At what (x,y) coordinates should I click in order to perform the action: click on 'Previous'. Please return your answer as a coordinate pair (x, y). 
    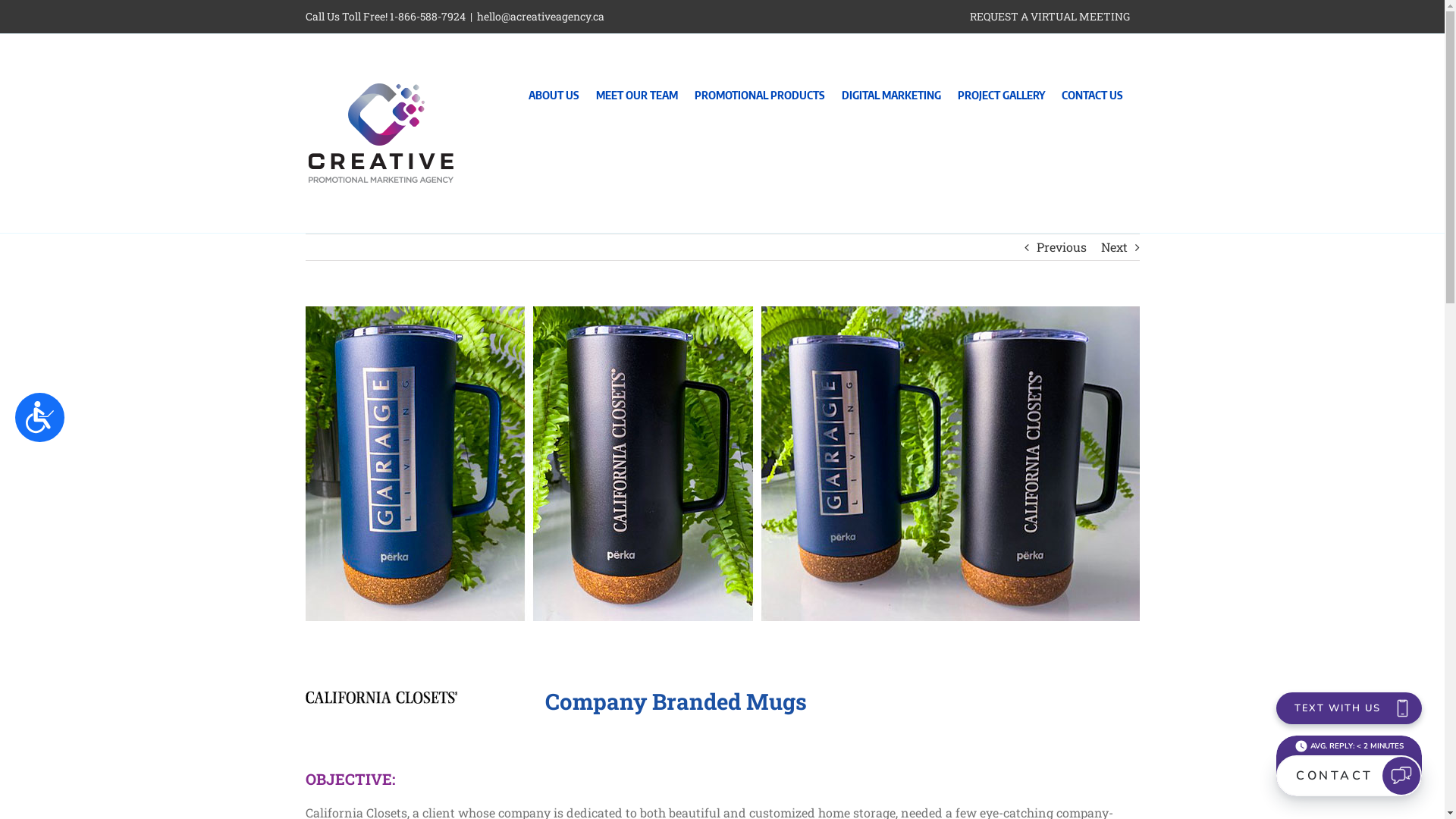
    Looking at the image, I should click on (1059, 246).